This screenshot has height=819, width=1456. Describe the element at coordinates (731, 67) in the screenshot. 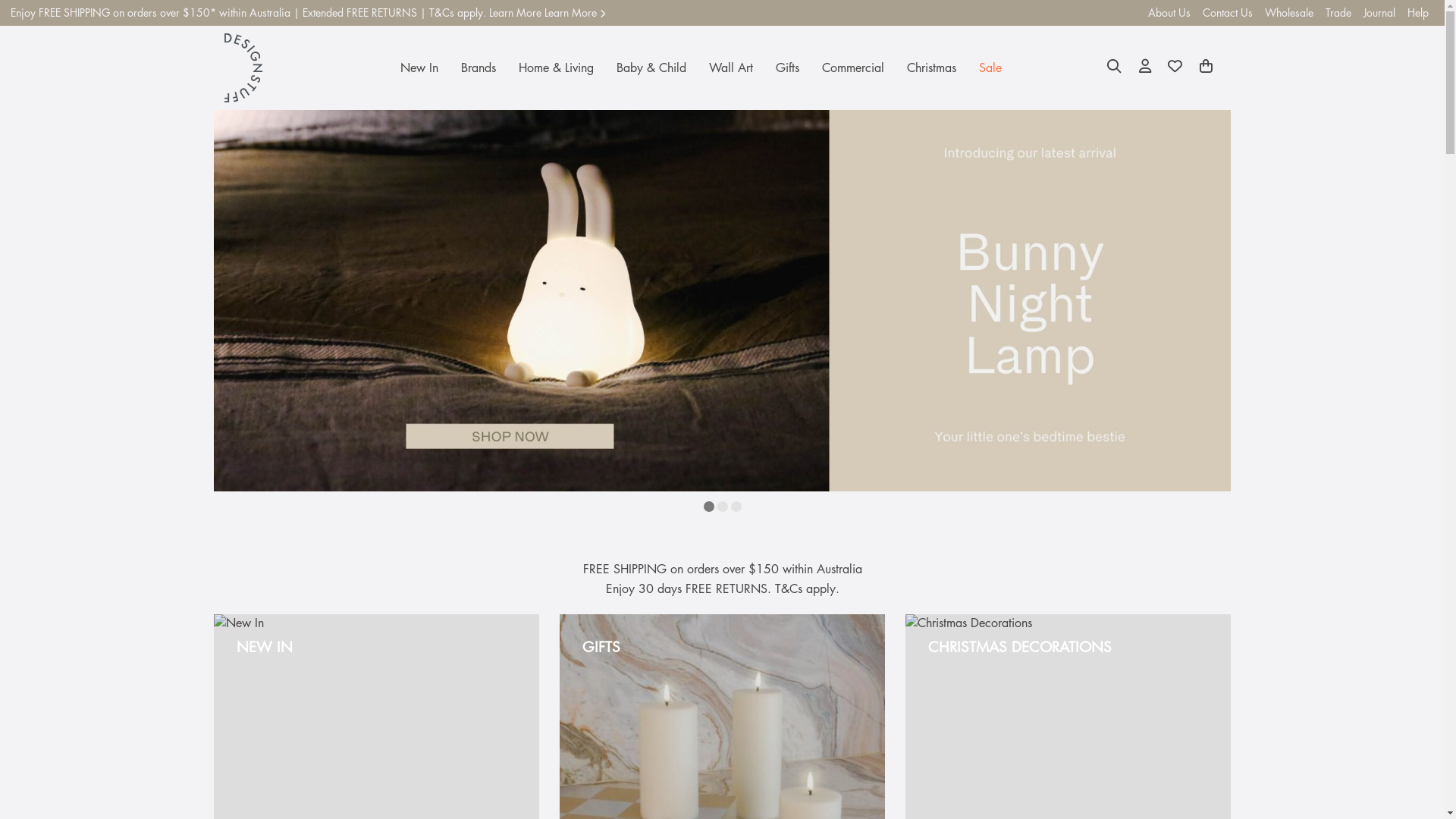

I see `'Wall Art'` at that location.